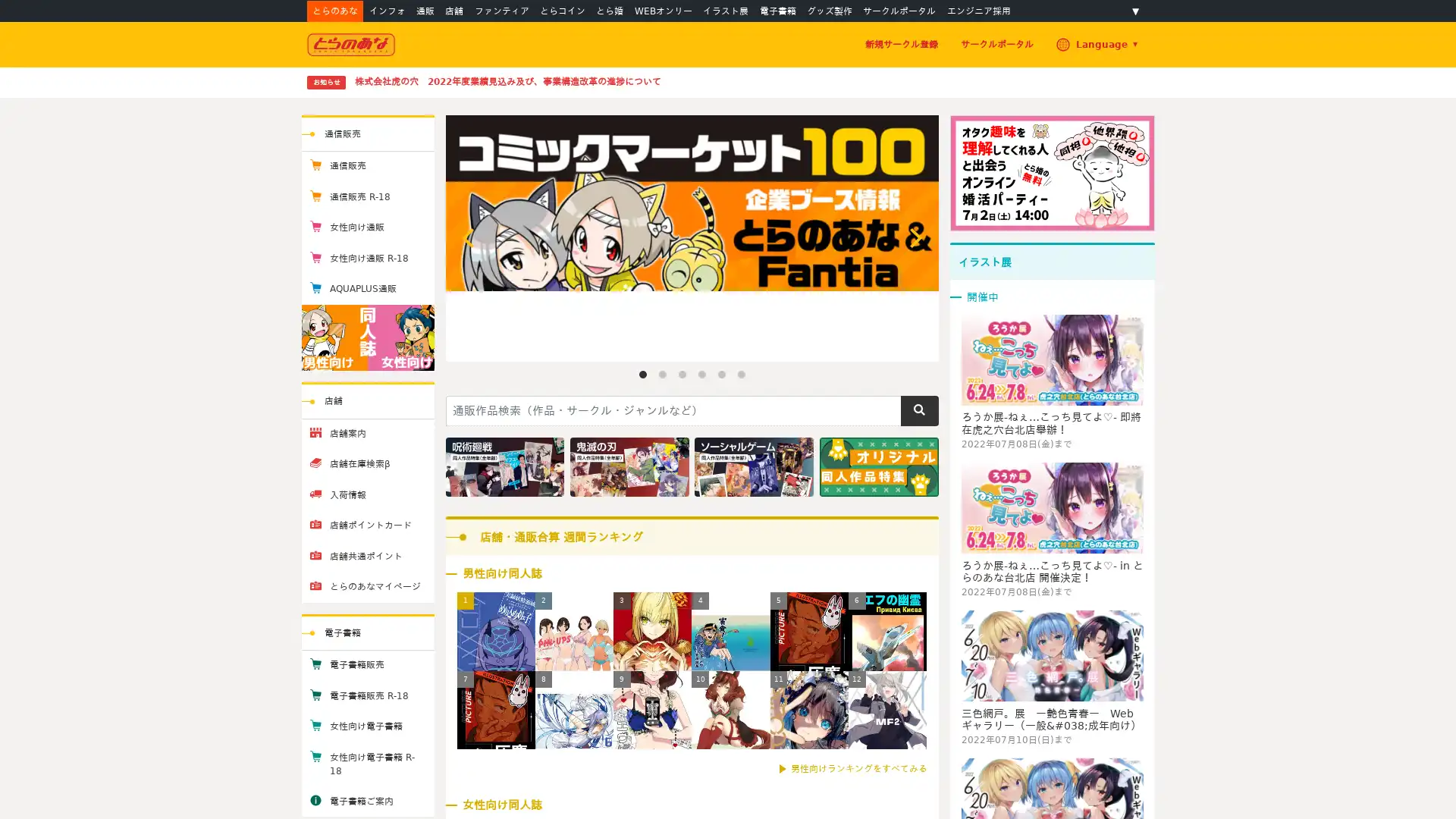 Image resolution: width=1456 pixels, height=819 pixels. What do you see at coordinates (469, 237) in the screenshot?
I see `Previous` at bounding box center [469, 237].